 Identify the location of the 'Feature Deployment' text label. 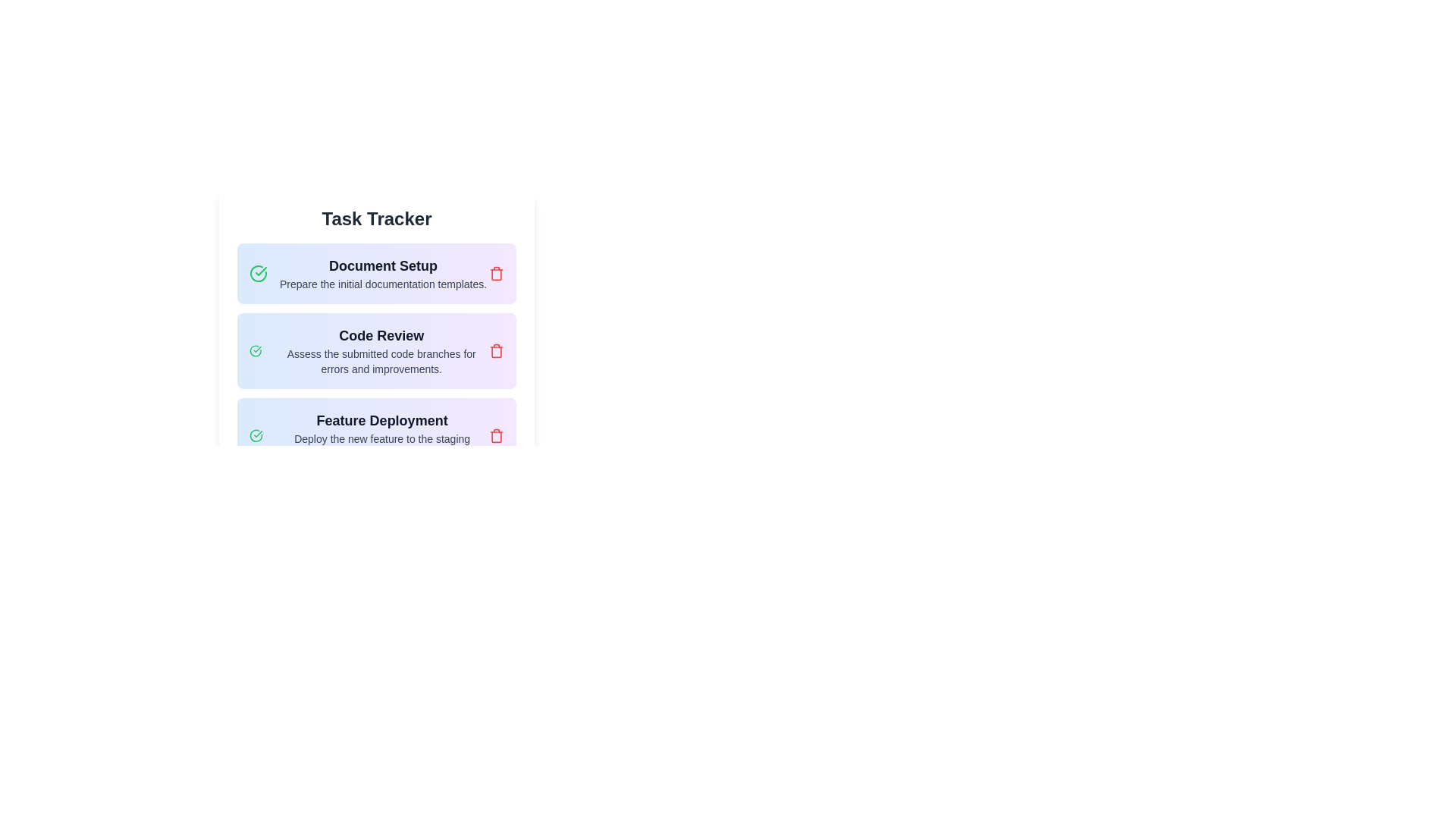
(382, 421).